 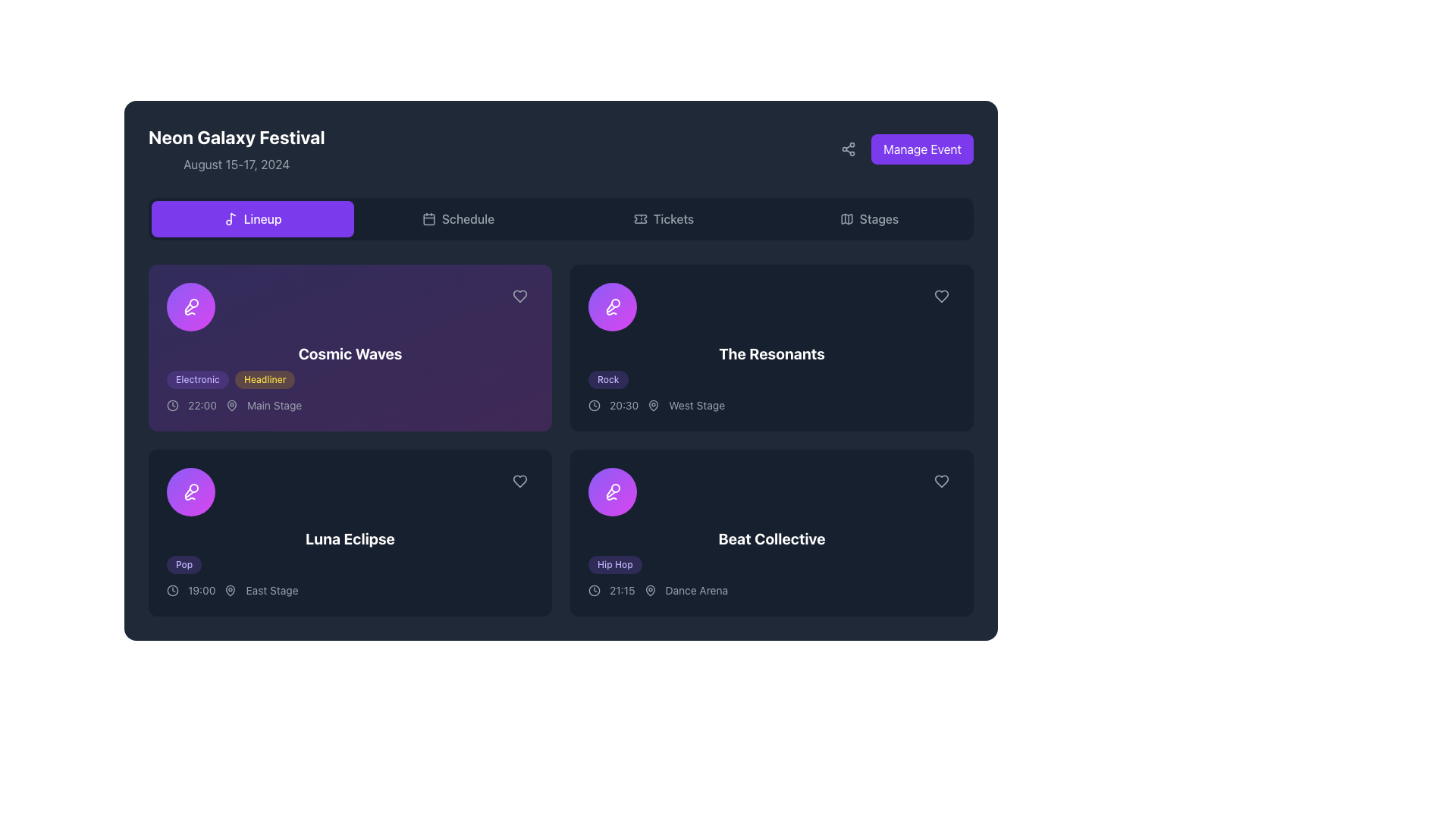 What do you see at coordinates (650, 590) in the screenshot?
I see `the 'Dance Arena' icon located in the event details section for 'Beat Collective', positioned to the right of the time '21:15'` at bounding box center [650, 590].